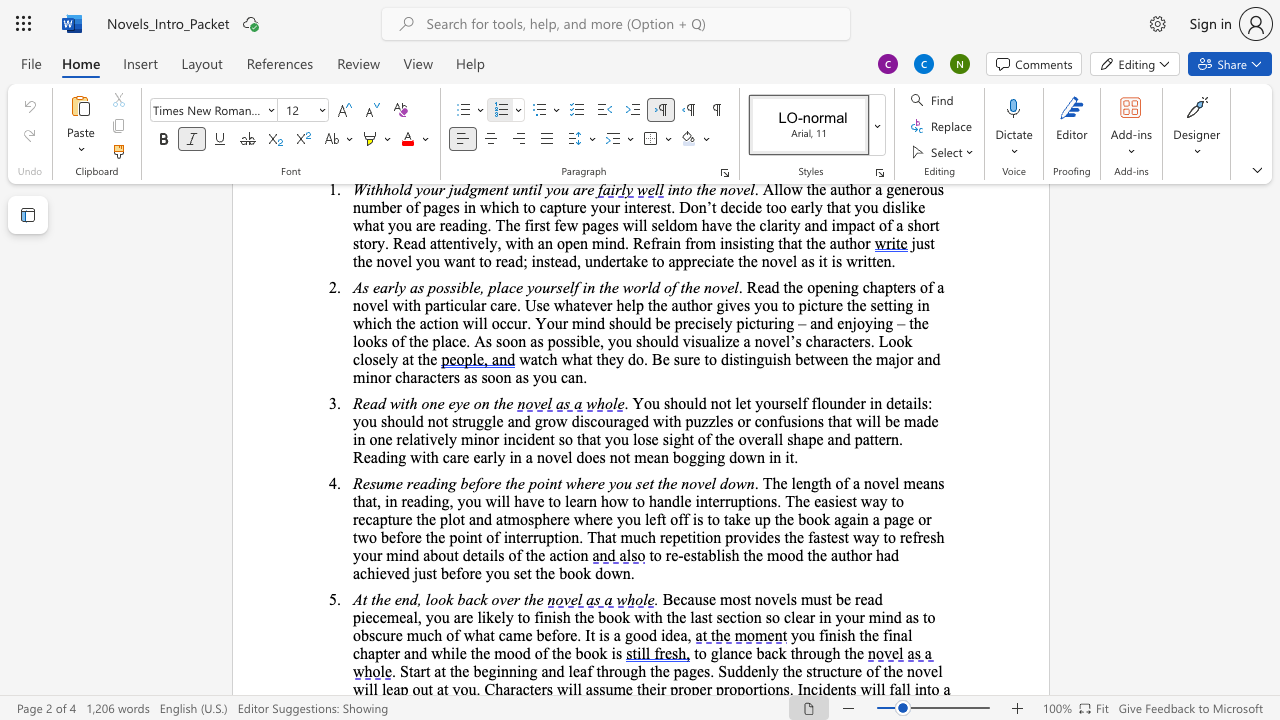  What do you see at coordinates (627, 635) in the screenshot?
I see `the 1th character "g" in the text` at bounding box center [627, 635].